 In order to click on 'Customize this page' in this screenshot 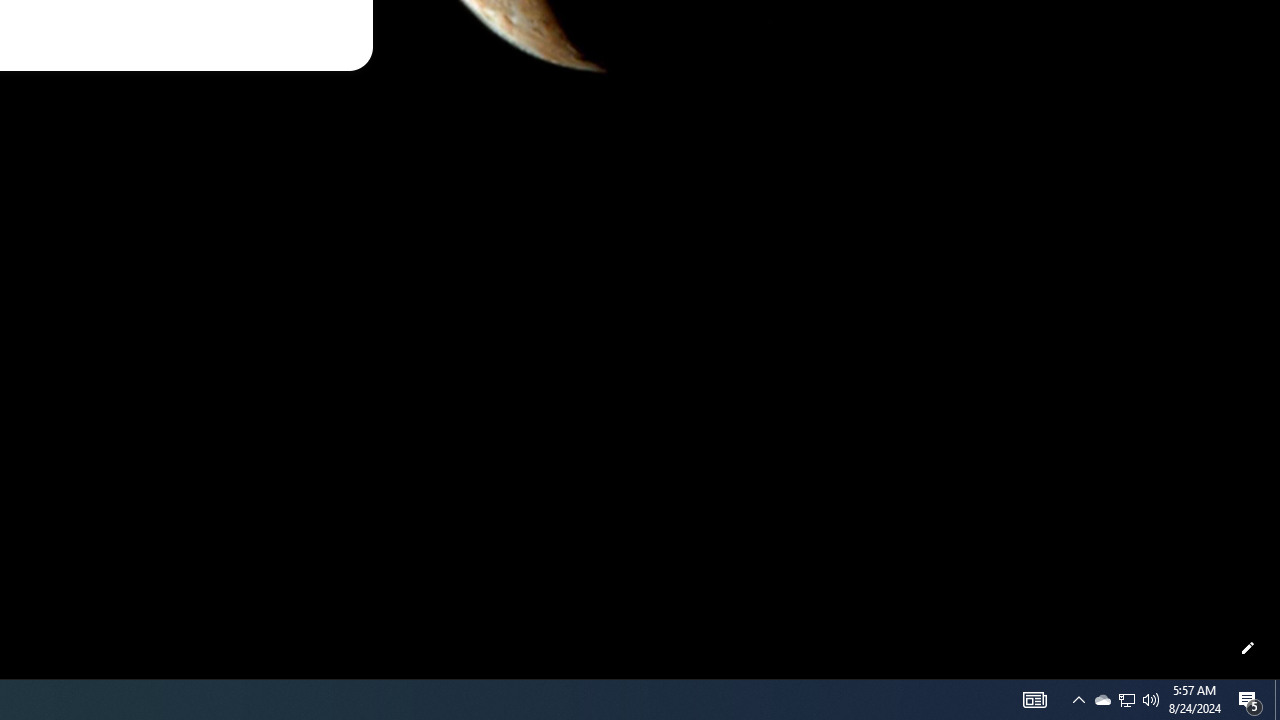, I will do `click(1247, 648)`.